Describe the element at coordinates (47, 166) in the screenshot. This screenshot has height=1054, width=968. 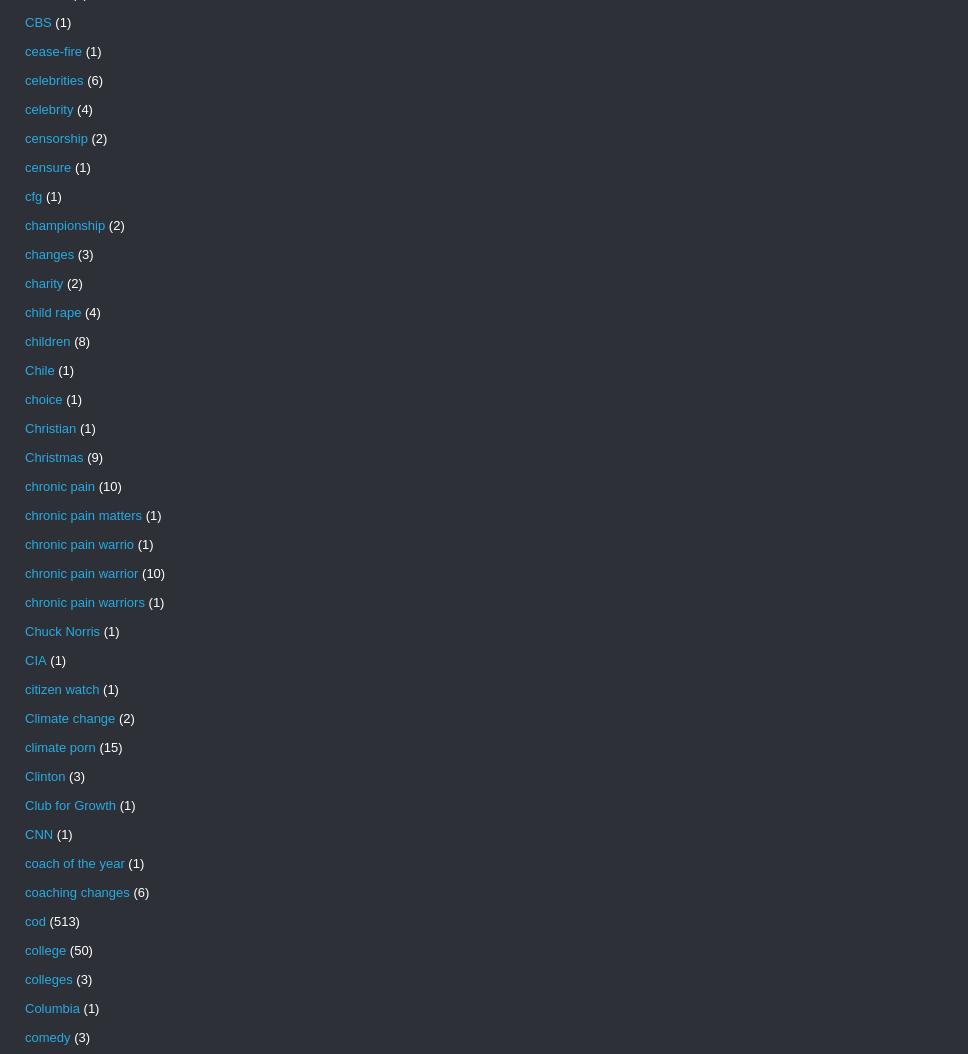
I see `'censure'` at that location.